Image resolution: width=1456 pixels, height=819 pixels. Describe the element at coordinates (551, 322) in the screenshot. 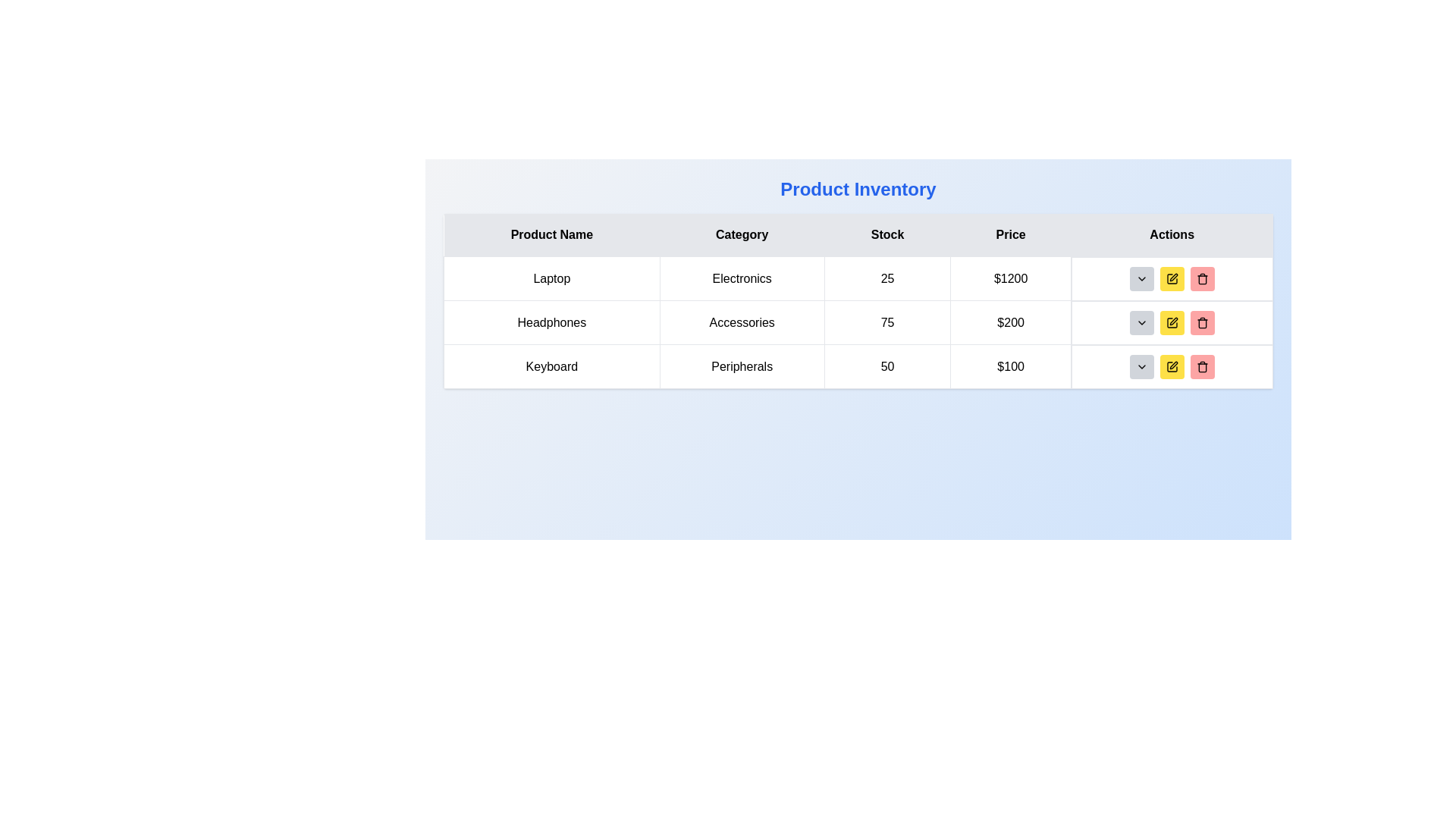

I see `text content of the product name label located in the second row under the 'Product Name' column of the table` at that location.